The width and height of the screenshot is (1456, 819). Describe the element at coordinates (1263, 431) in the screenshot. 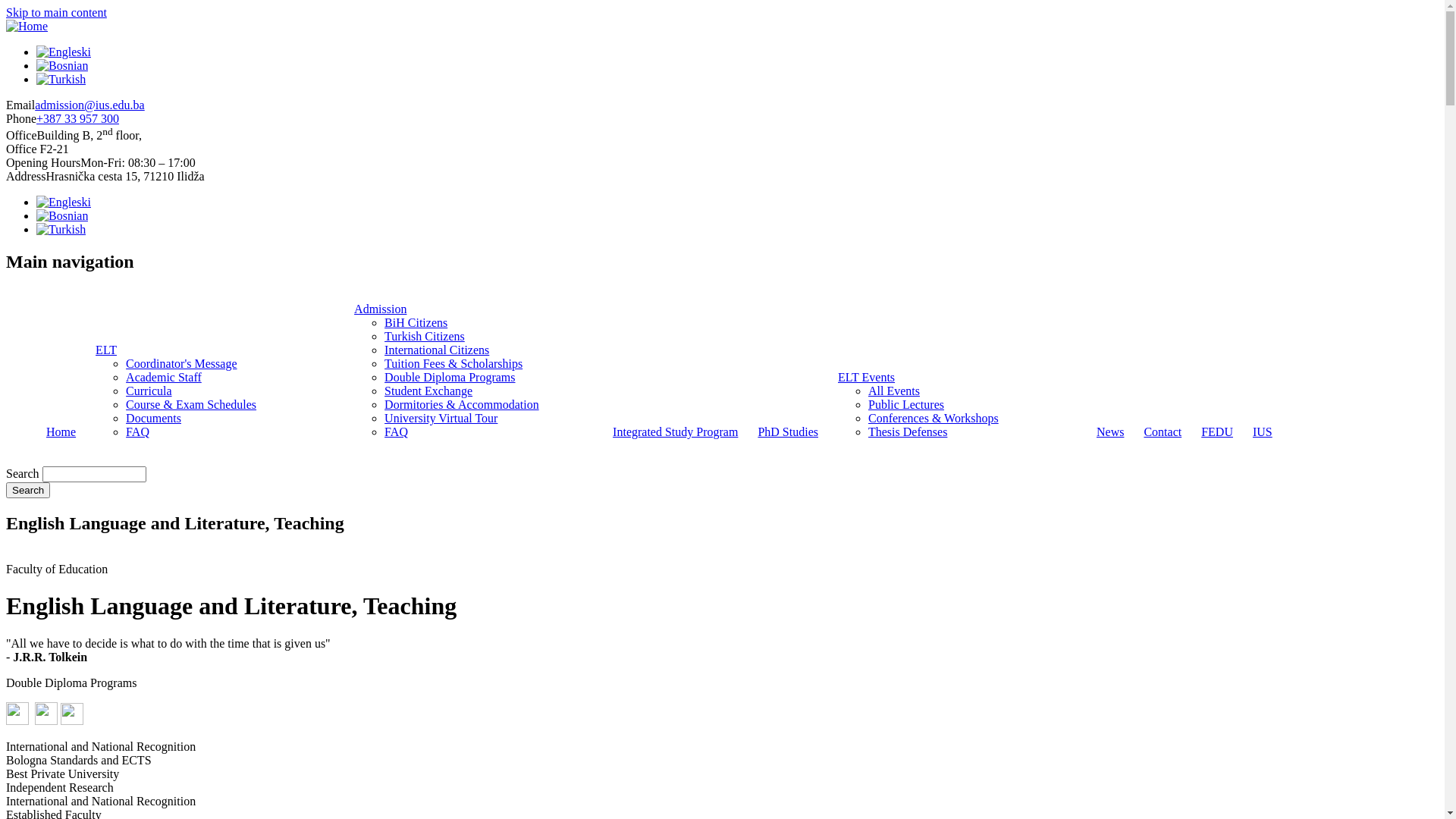

I see `'IUS'` at that location.